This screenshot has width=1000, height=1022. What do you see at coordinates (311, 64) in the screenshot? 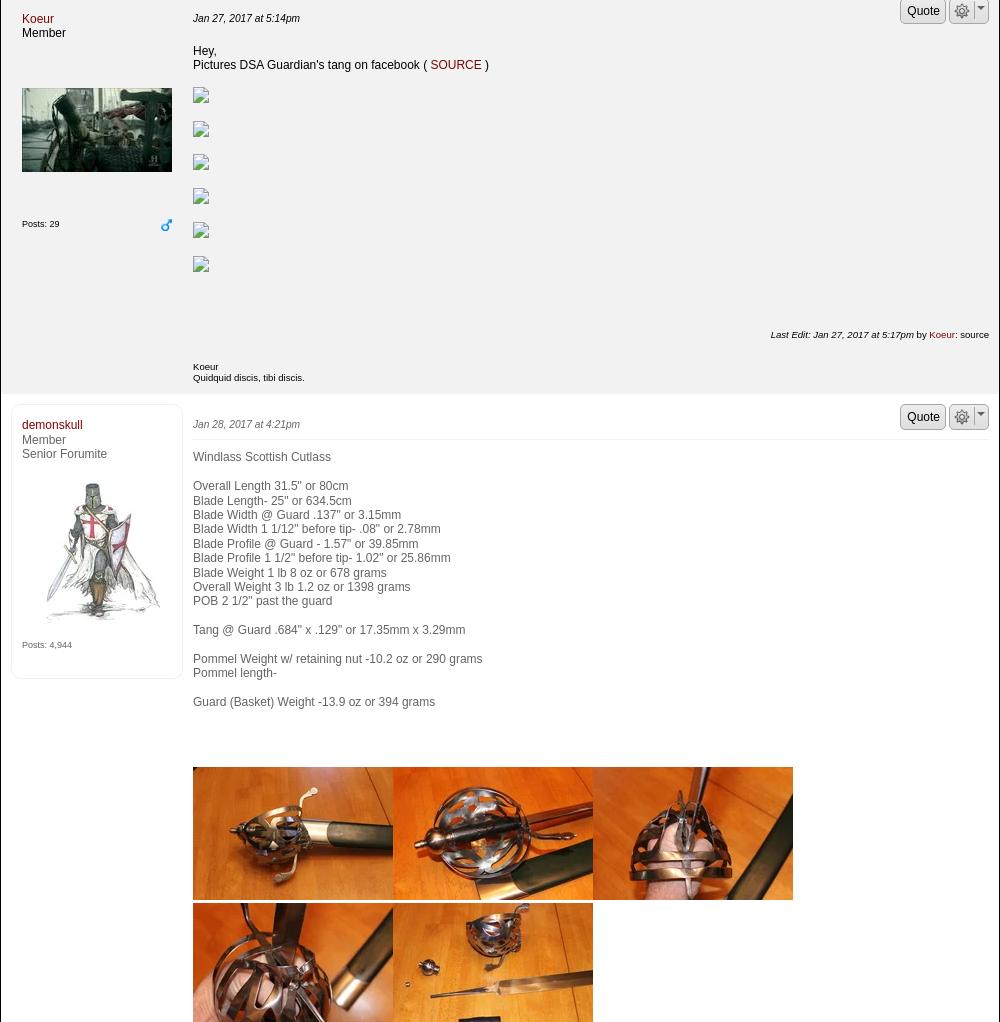
I see `'Pictures DSA Guardian's tang on facebook ('` at bounding box center [311, 64].